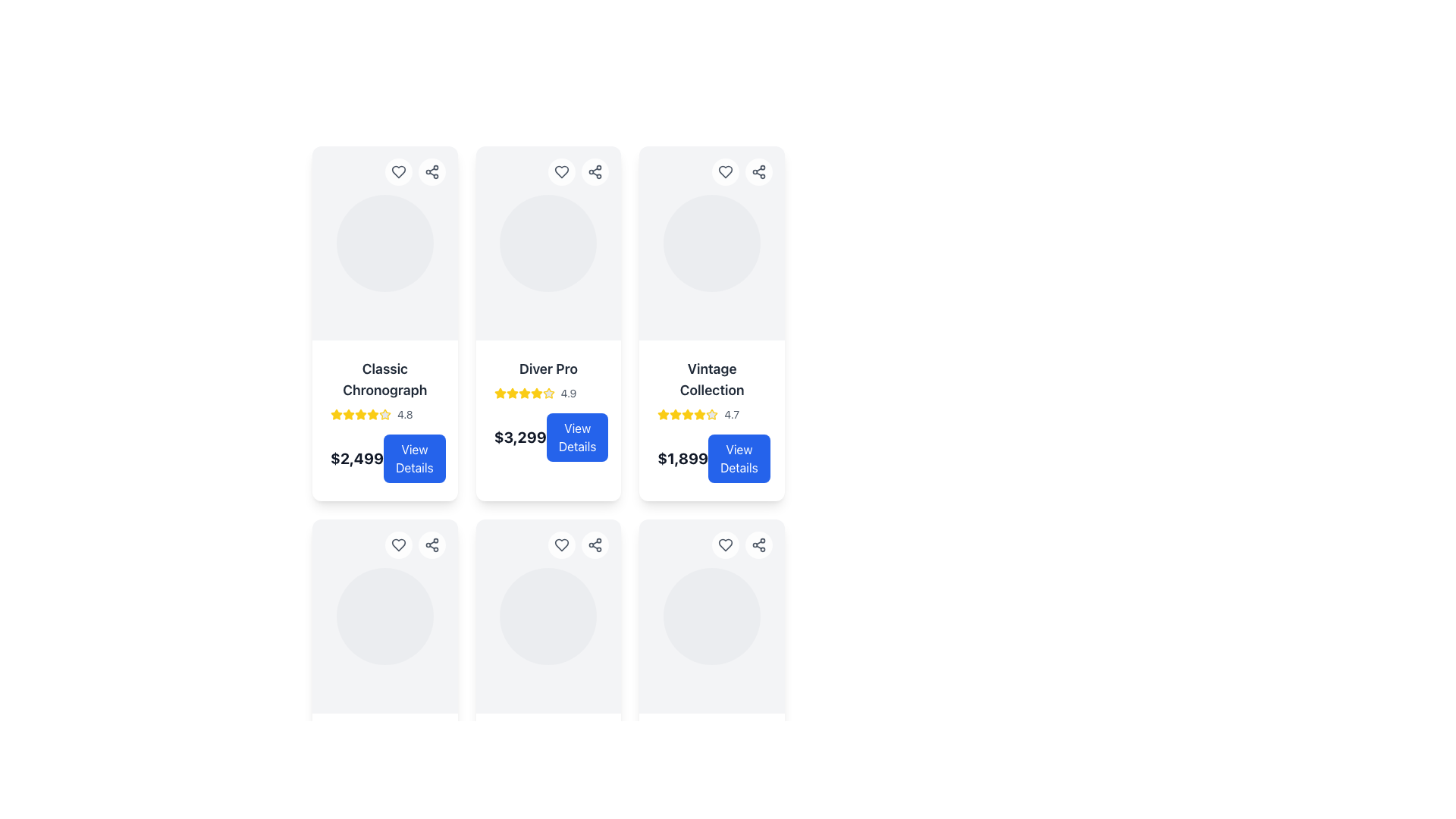 This screenshot has height=819, width=1456. Describe the element at coordinates (699, 414) in the screenshot. I see `the yellow star icon used in the rating interface of the 'Vintage Collection' card, which is the third card in the top row of the grid layout` at that location.